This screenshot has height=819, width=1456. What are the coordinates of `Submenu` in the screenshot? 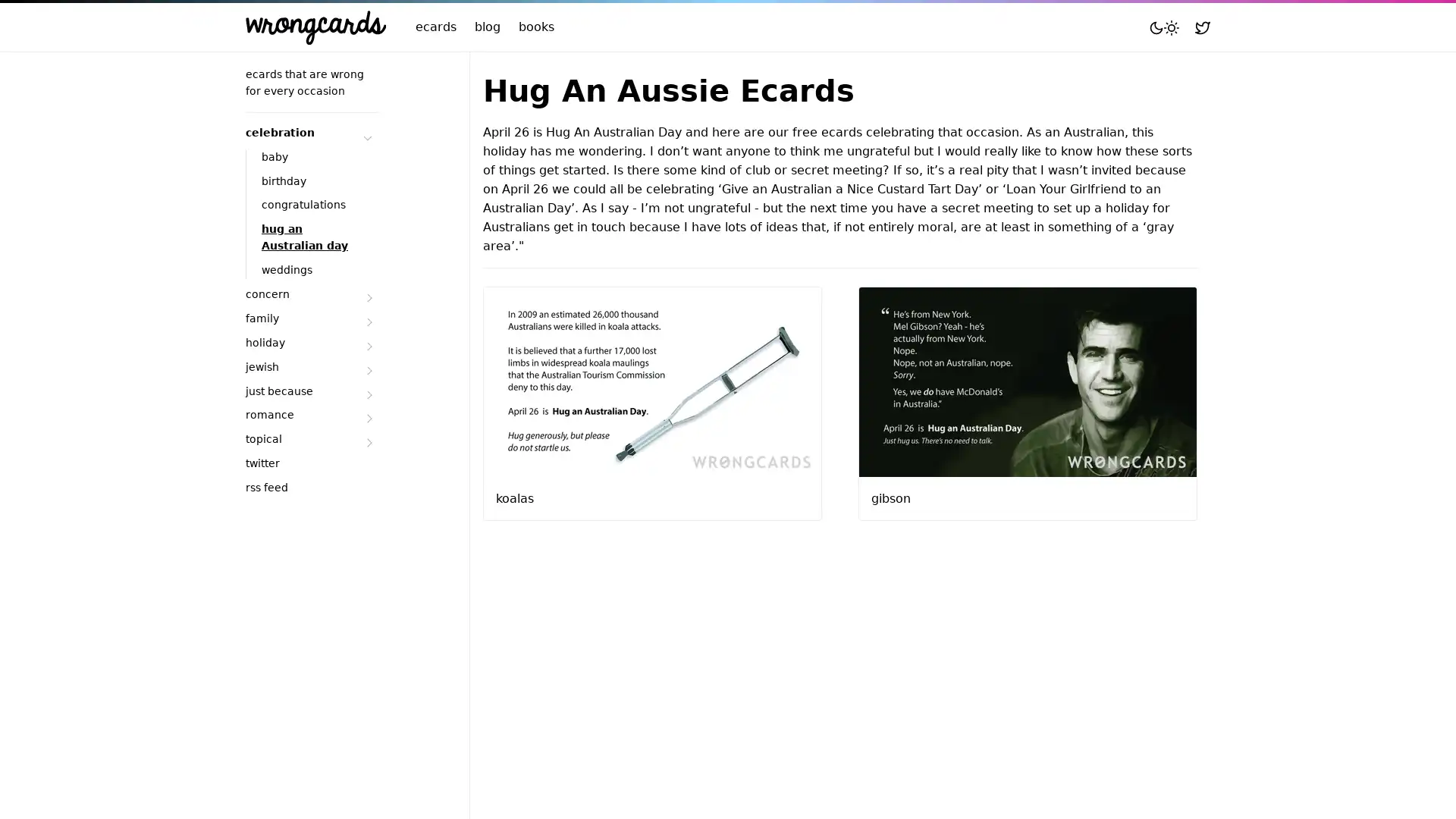 It's located at (367, 370).